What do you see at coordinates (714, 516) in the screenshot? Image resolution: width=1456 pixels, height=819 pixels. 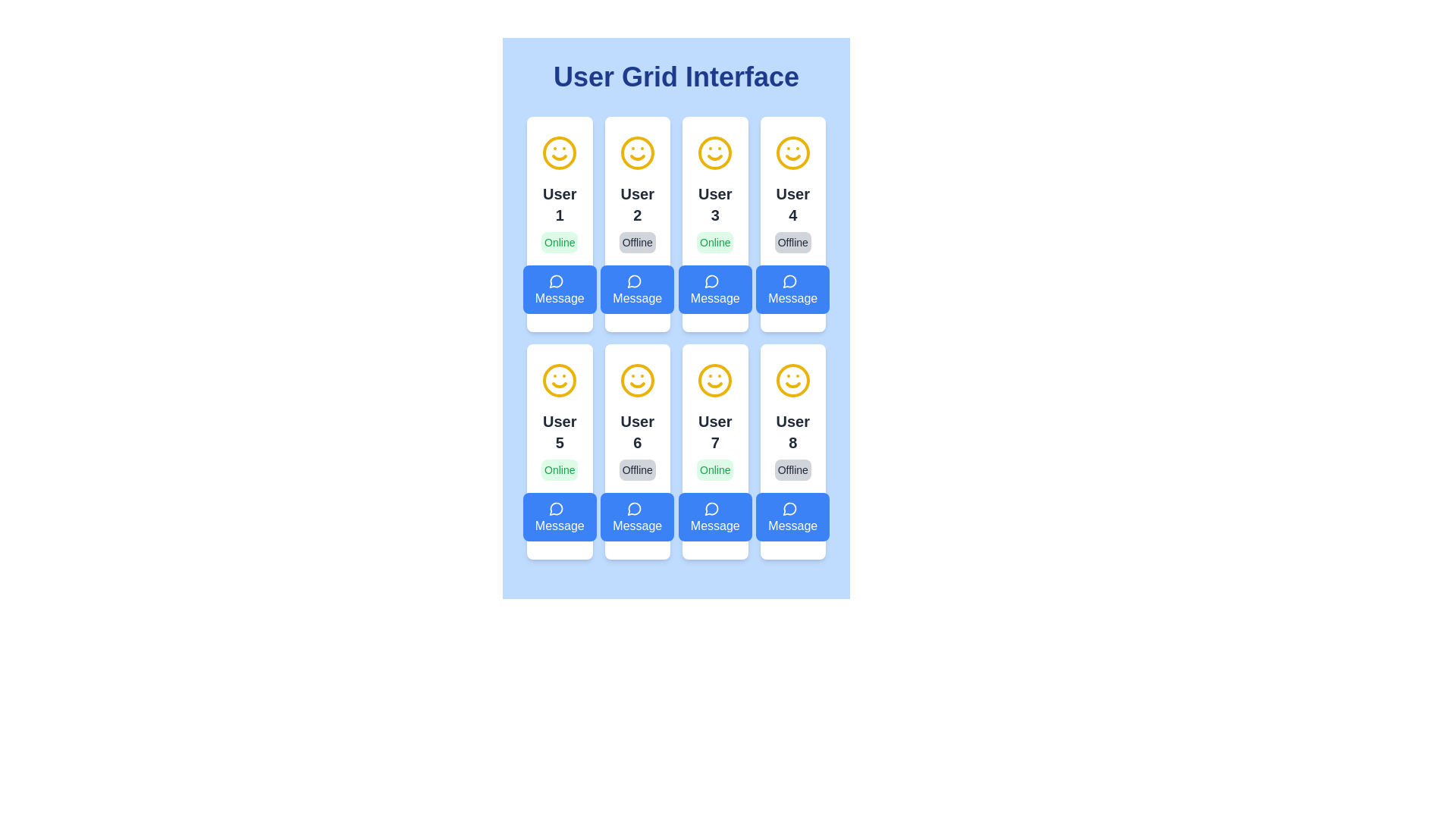 I see `the distinct blue button labeled 'Message' with a white speech bubble icon, located in the lower section of the 'User 7' card to initiate a message` at bounding box center [714, 516].